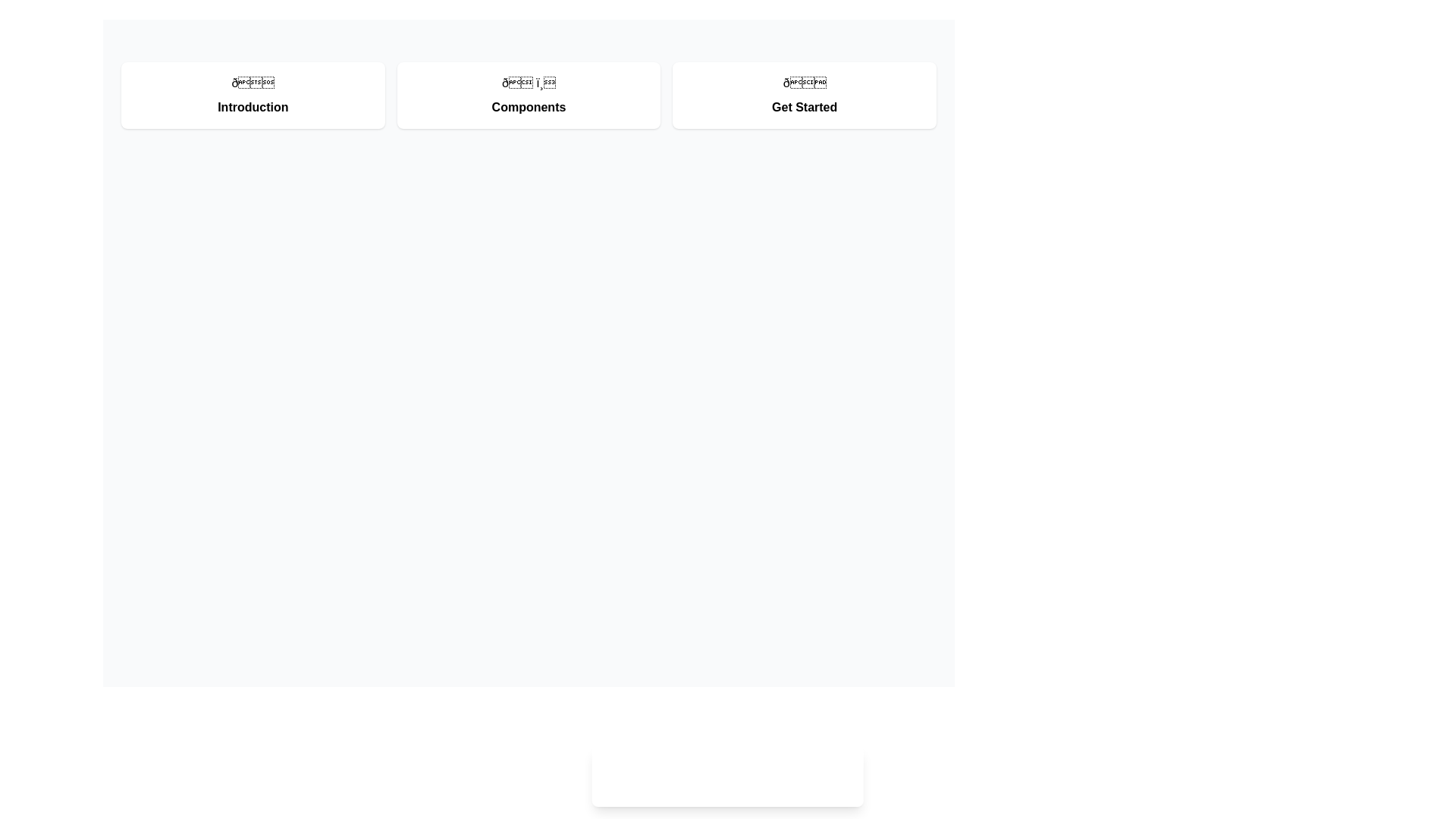 The width and height of the screenshot is (1456, 819). Describe the element at coordinates (804, 107) in the screenshot. I see `the bold 'Get Started' text label, which is centrally positioned in the rightmost card-like section of the interface` at that location.